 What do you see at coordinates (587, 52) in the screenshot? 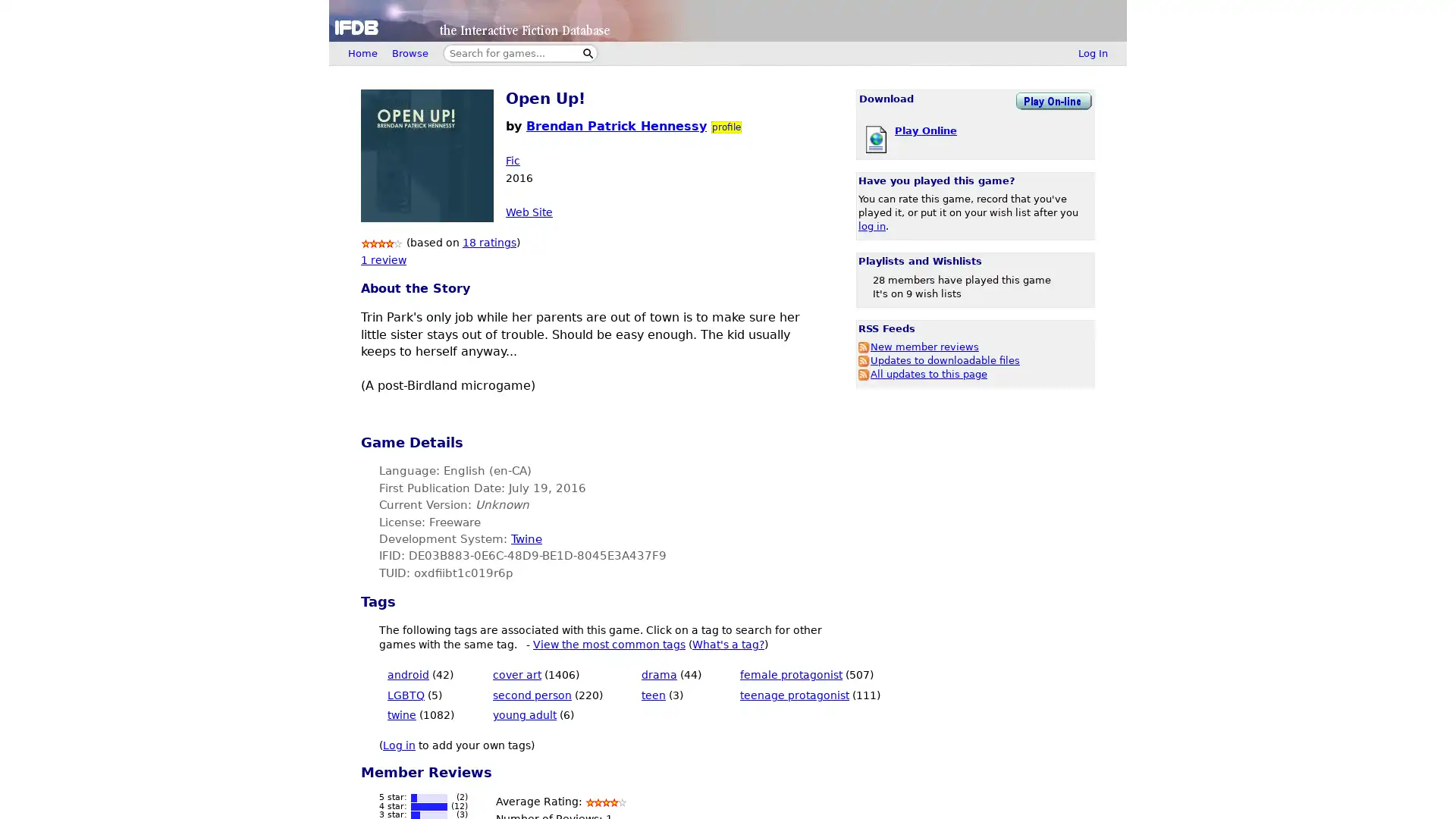
I see `Search` at bounding box center [587, 52].